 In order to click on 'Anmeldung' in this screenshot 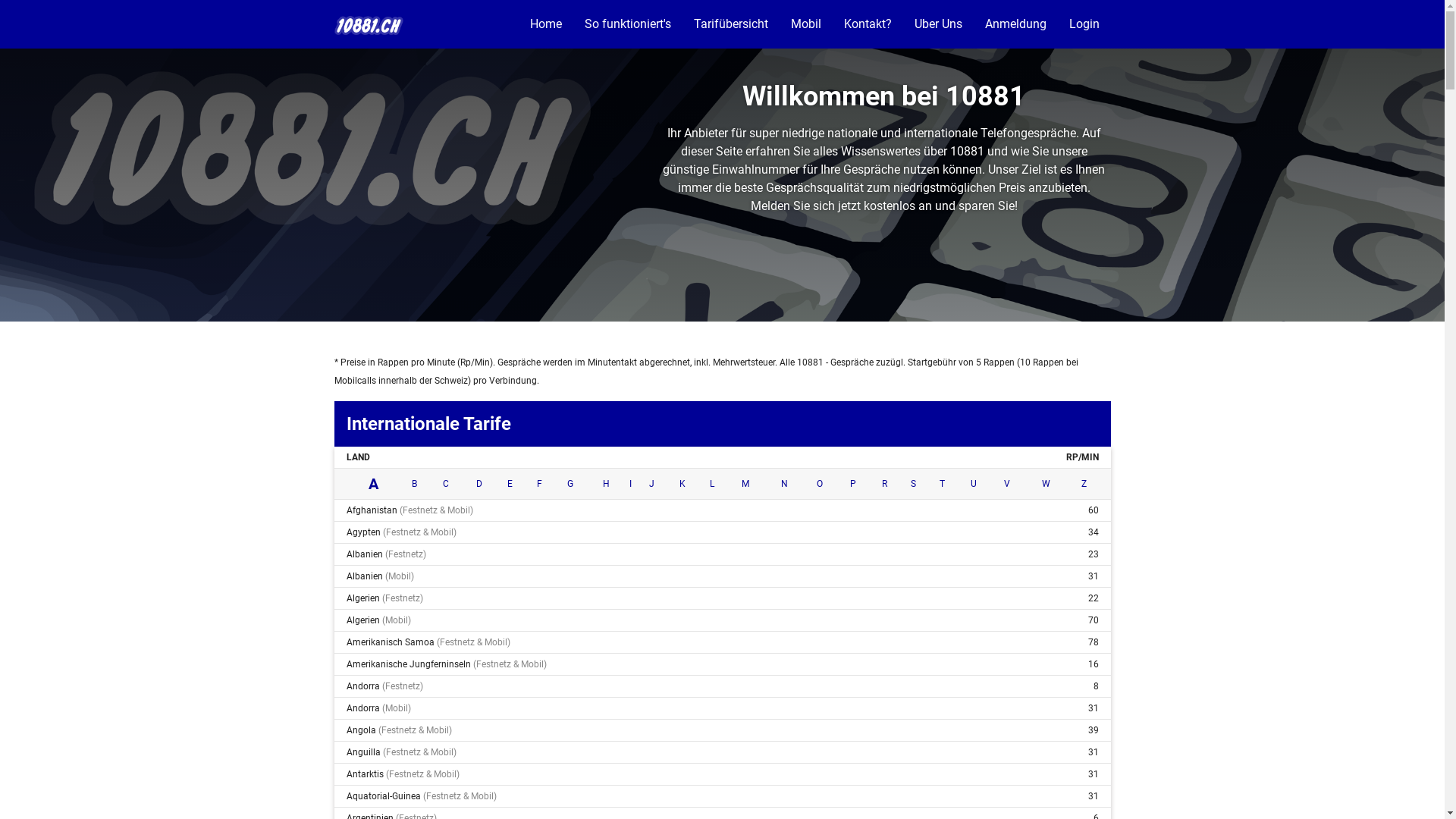, I will do `click(973, 24)`.